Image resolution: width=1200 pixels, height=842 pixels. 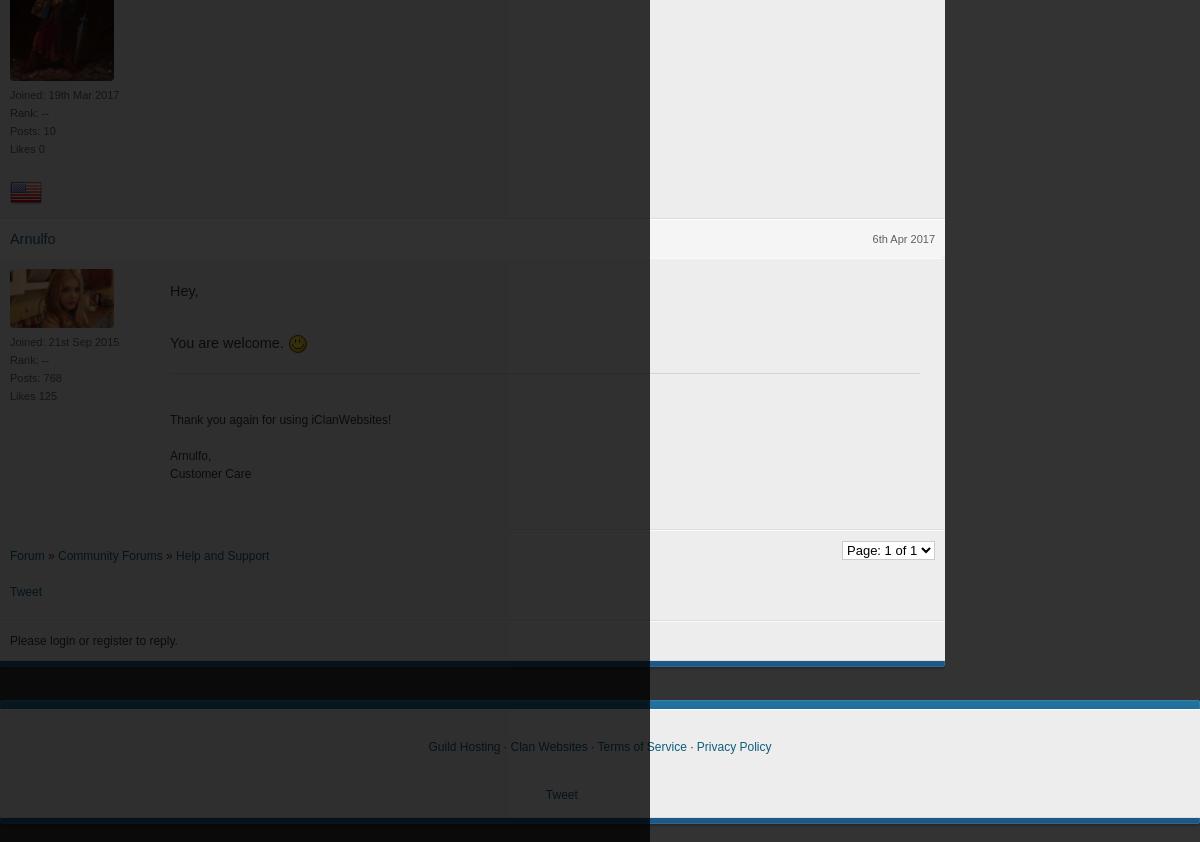 I want to click on 'Hey,', so click(x=182, y=290).